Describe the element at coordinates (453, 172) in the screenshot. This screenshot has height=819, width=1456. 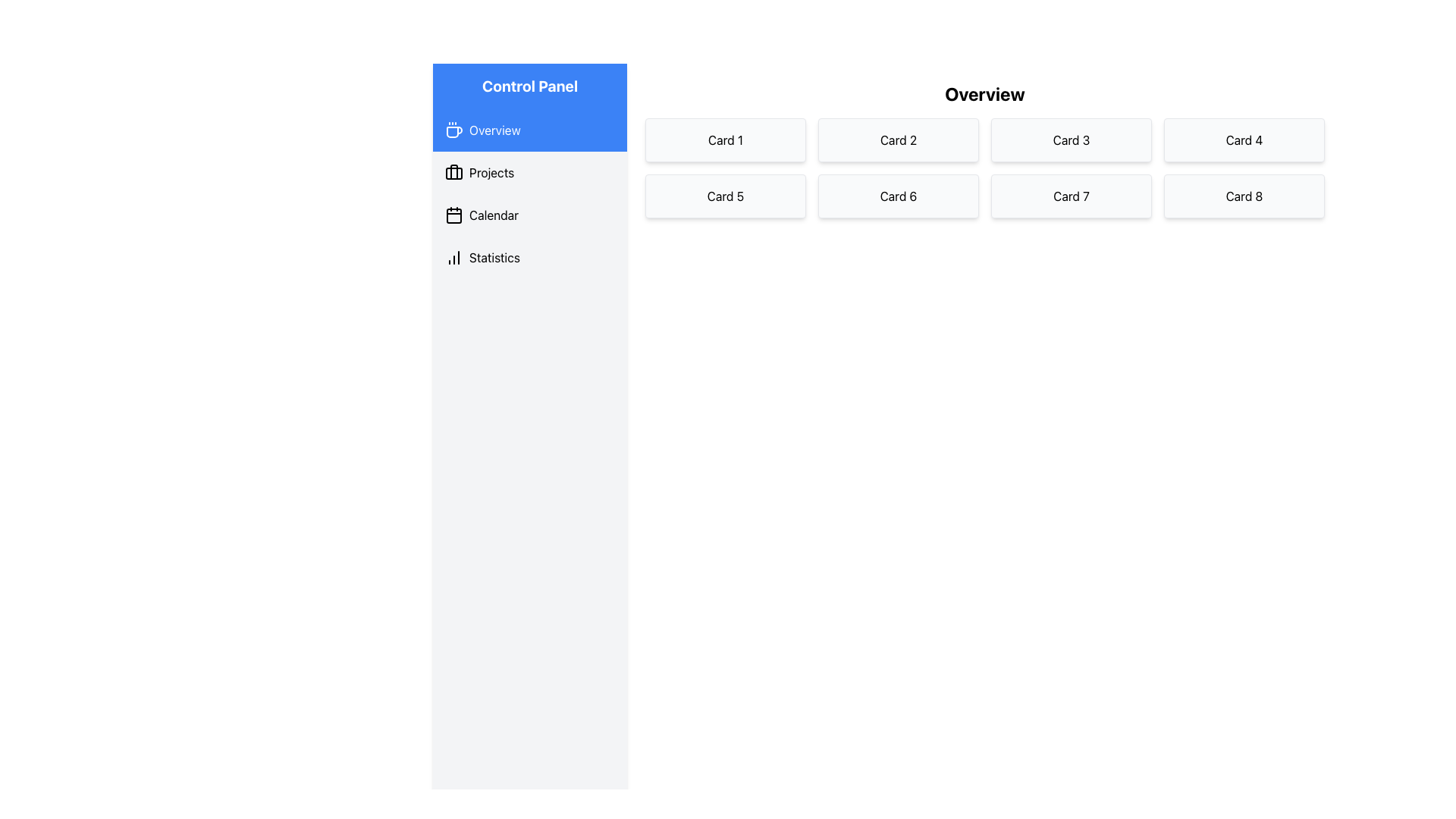
I see `the main body of the briefcase icon in the 'Projects' section of the sidebar menu` at that location.